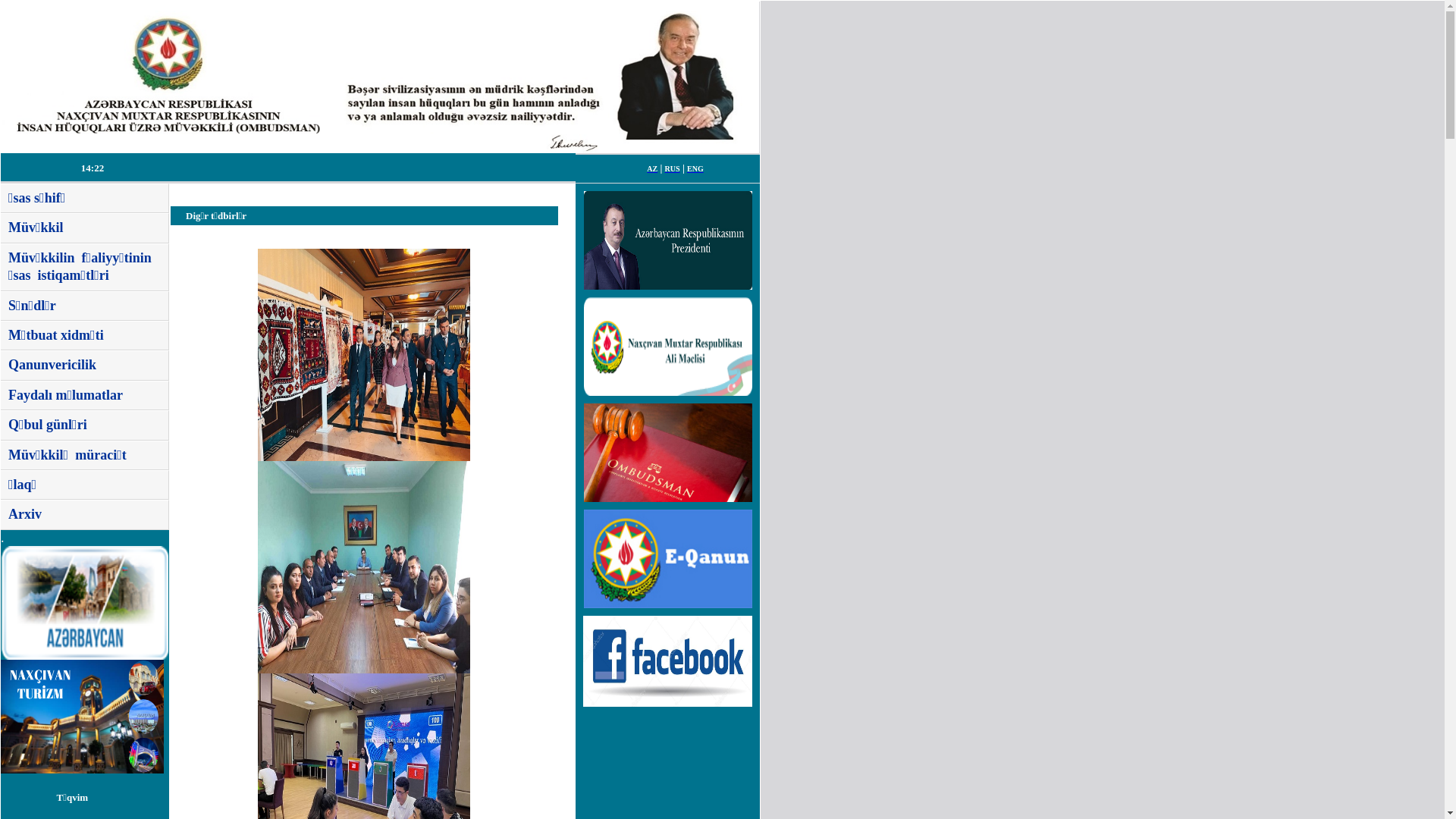 The height and width of the screenshot is (819, 1456). What do you see at coordinates (694, 168) in the screenshot?
I see `'ENG'` at bounding box center [694, 168].